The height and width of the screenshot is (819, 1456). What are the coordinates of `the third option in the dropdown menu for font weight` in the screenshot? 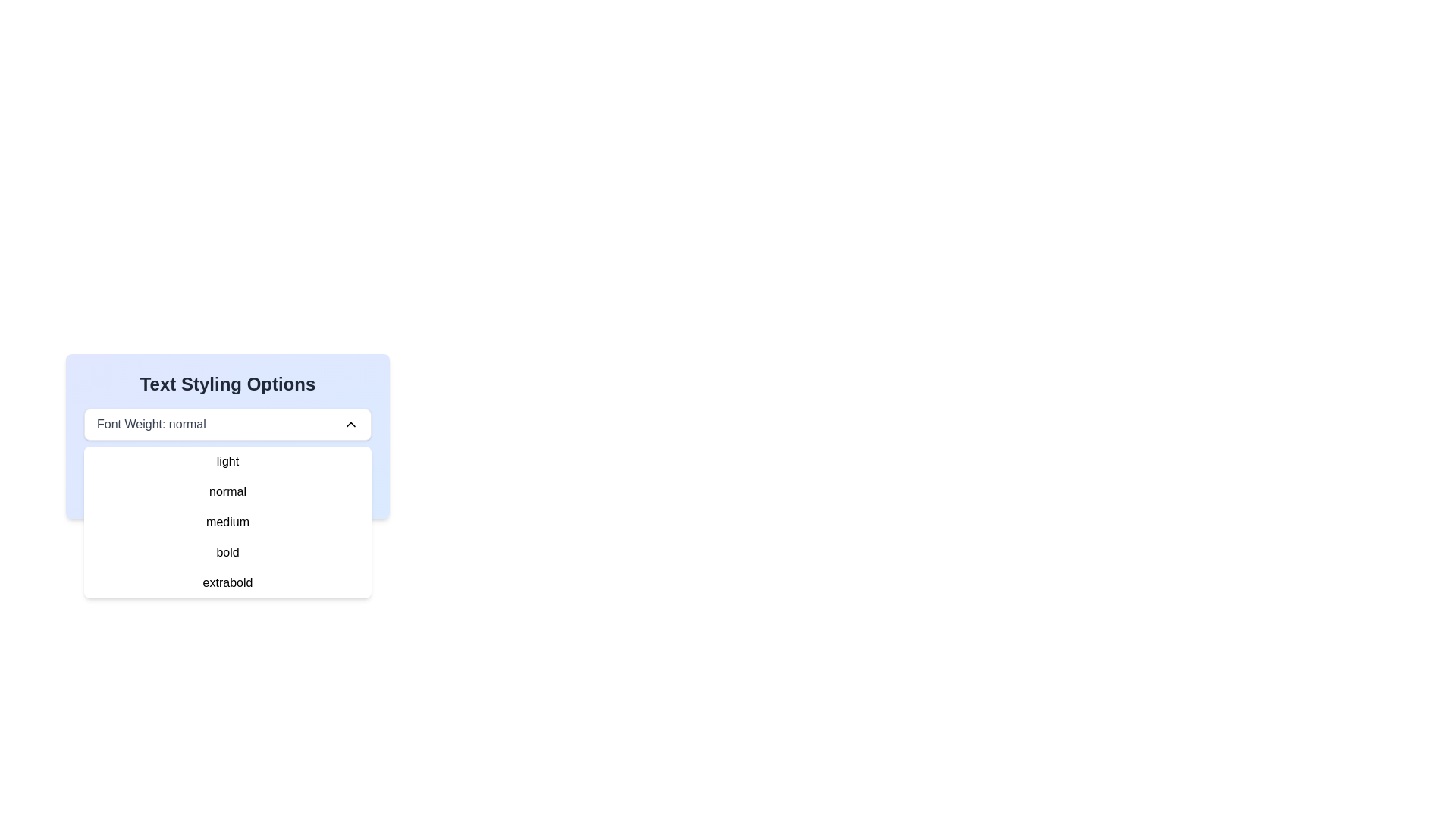 It's located at (227, 522).